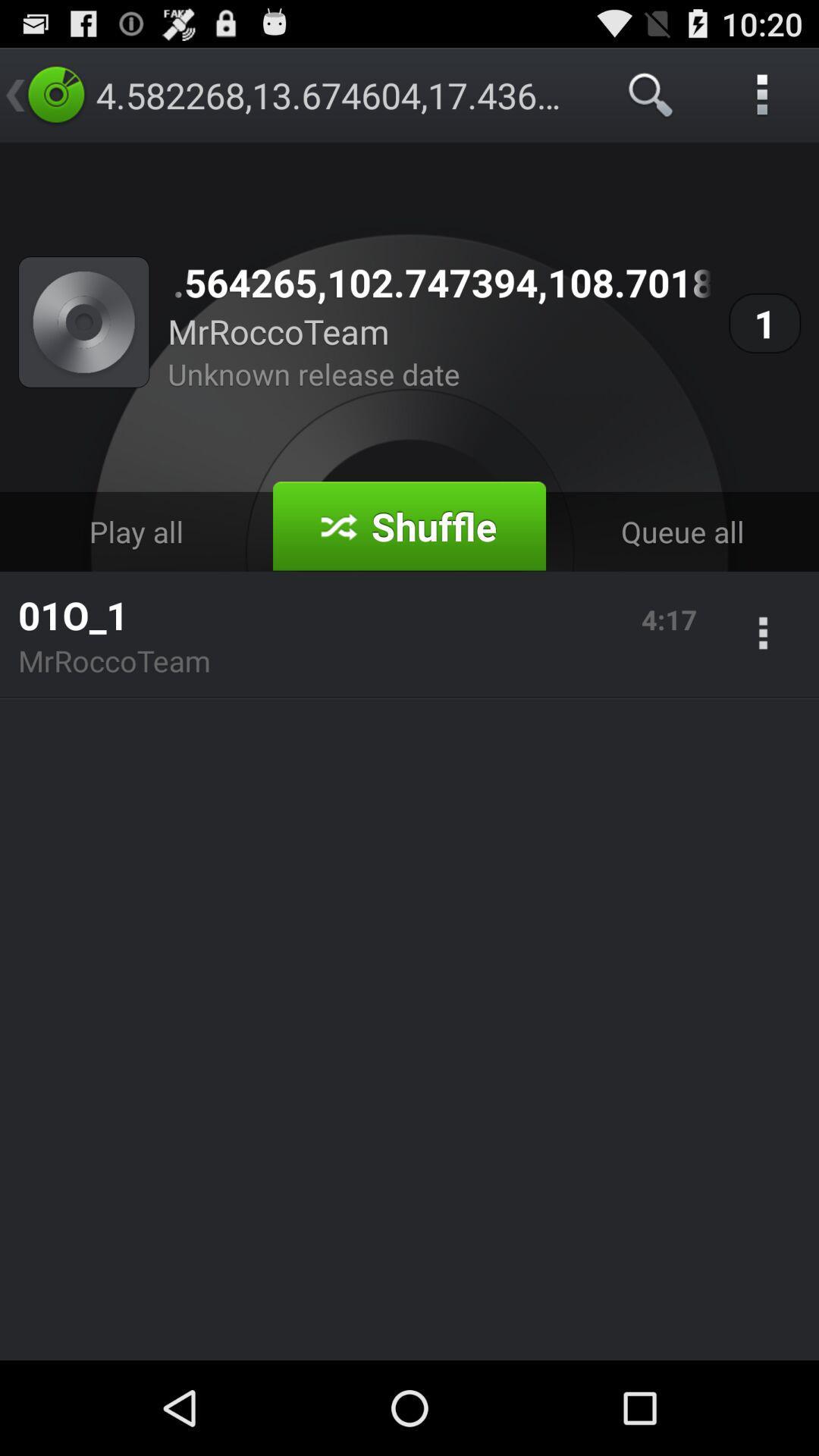 This screenshot has width=819, height=1456. What do you see at coordinates (763, 635) in the screenshot?
I see `the app next to the 4:17 app` at bounding box center [763, 635].